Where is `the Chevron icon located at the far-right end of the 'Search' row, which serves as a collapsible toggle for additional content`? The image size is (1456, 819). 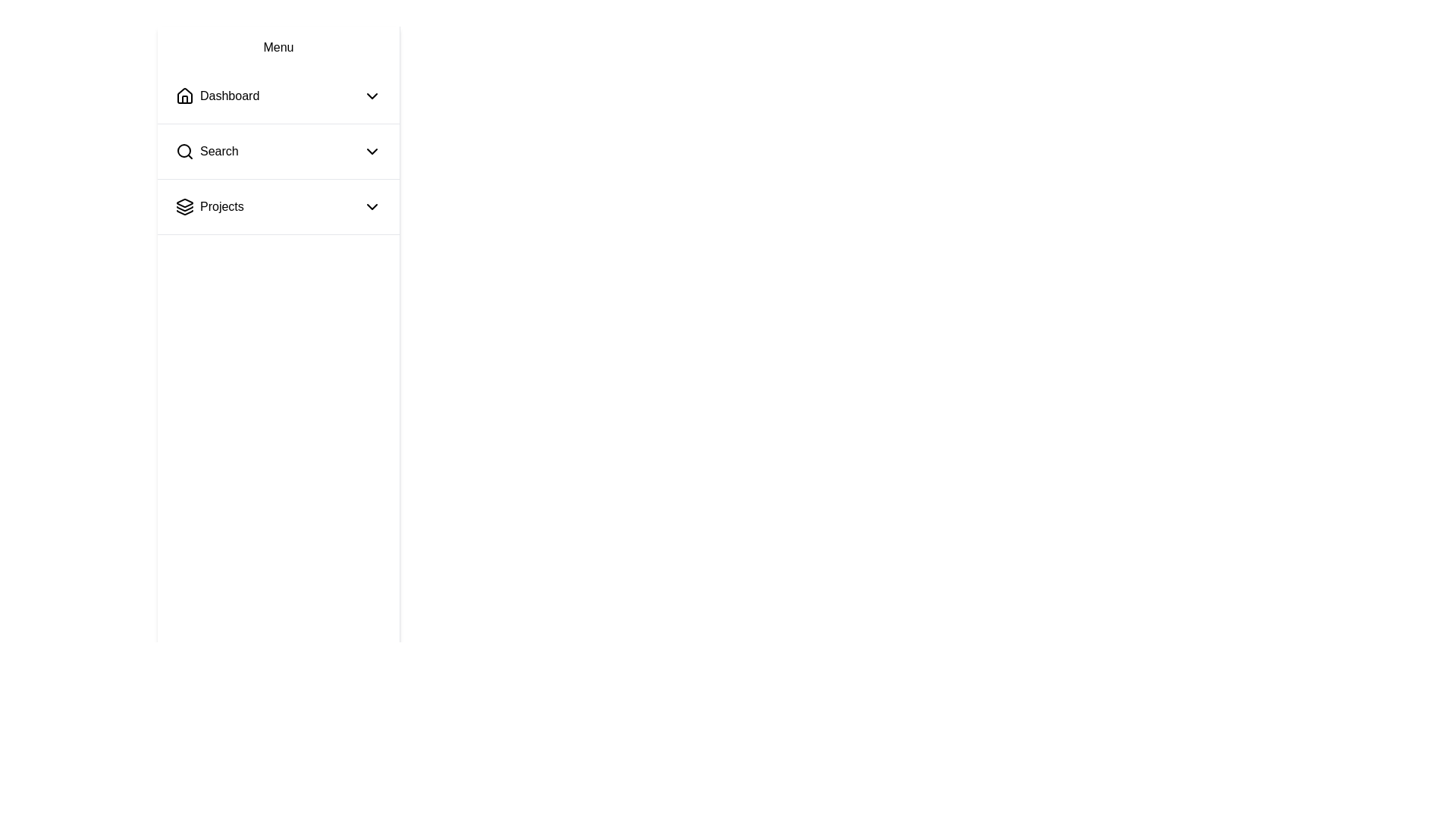 the Chevron icon located at the far-right end of the 'Search' row, which serves as a collapsible toggle for additional content is located at coordinates (372, 152).